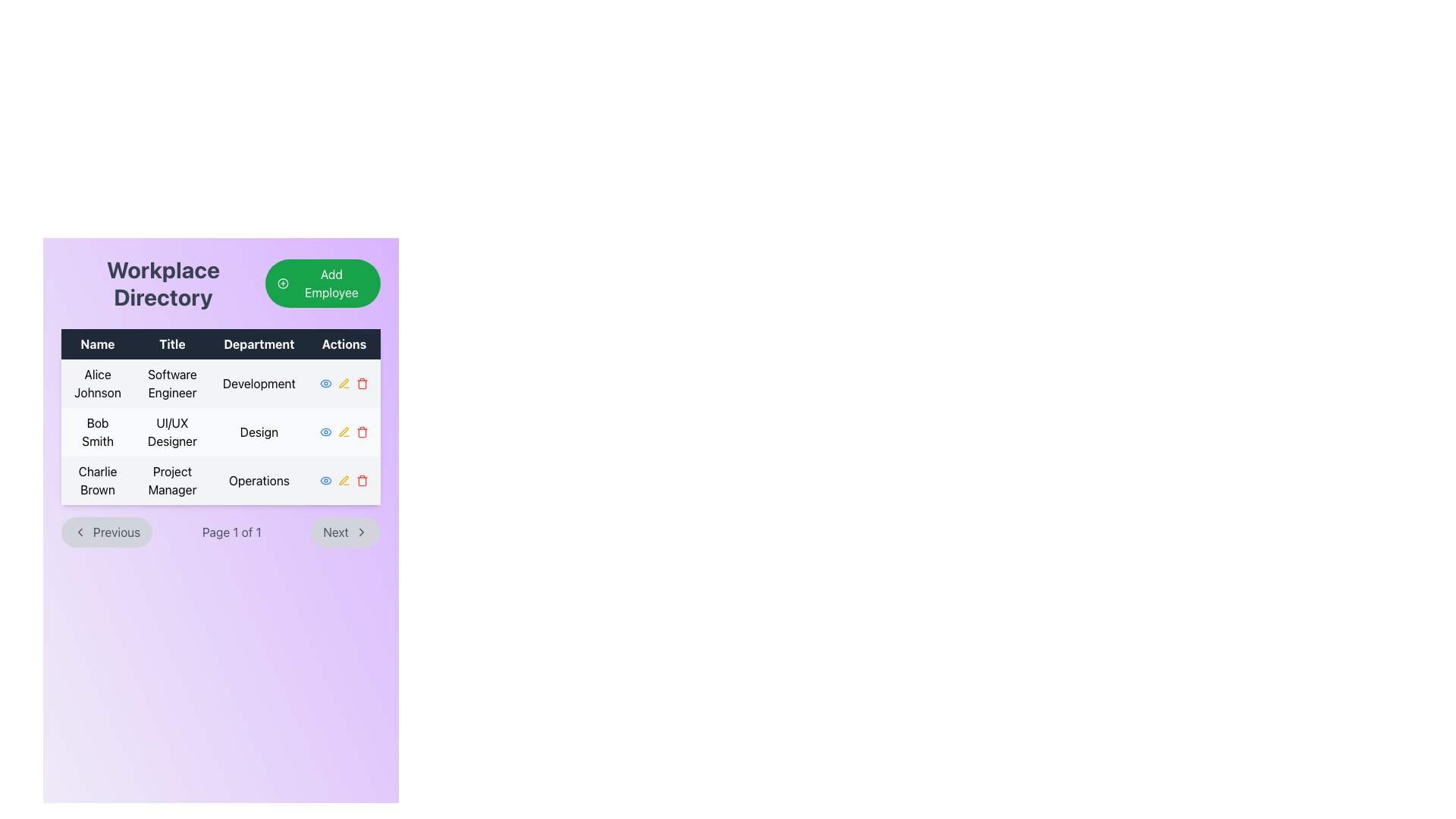 This screenshot has width=1456, height=819. What do you see at coordinates (220, 480) in the screenshot?
I see `the table row containing information about 'Charlie Brown', which includes his title 'Project Manager' and department 'Operations'` at bounding box center [220, 480].